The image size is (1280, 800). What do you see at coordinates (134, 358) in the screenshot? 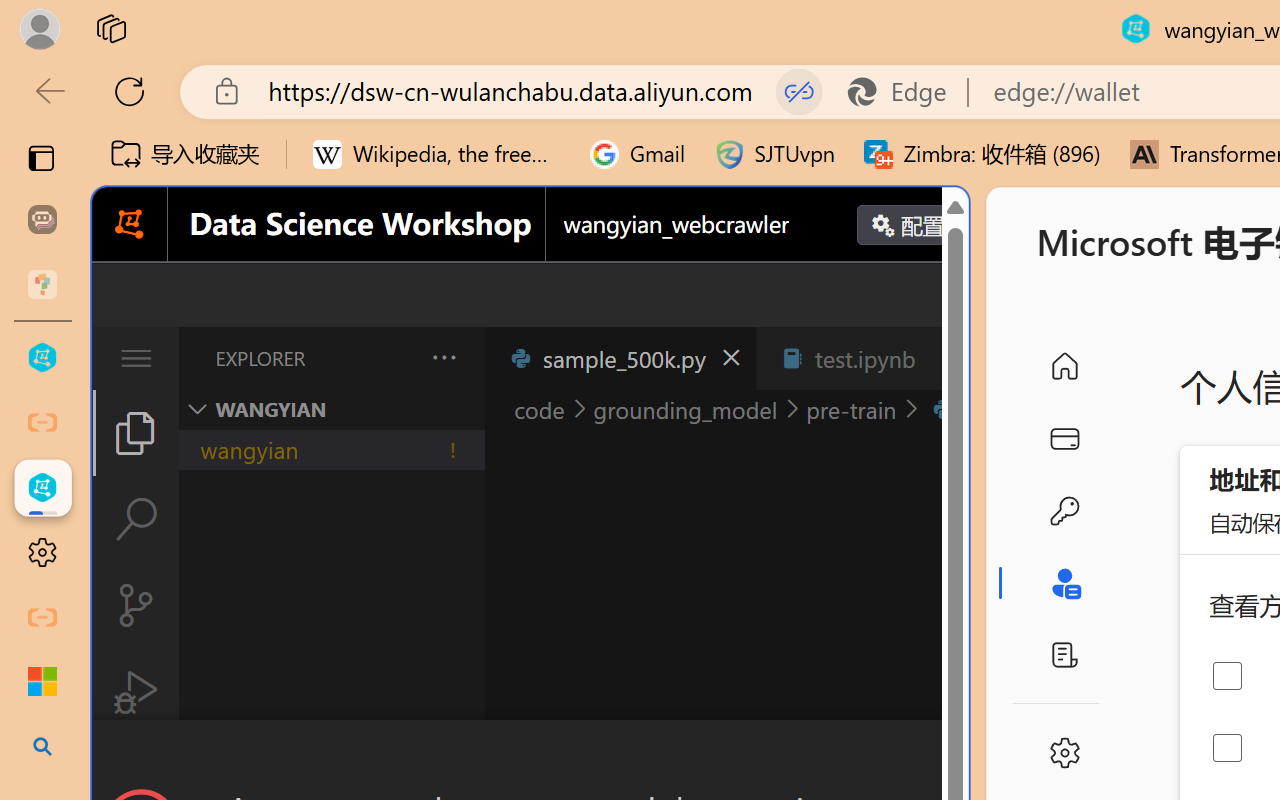
I see `'Class: menubar compact overflow-menu-only'` at bounding box center [134, 358].